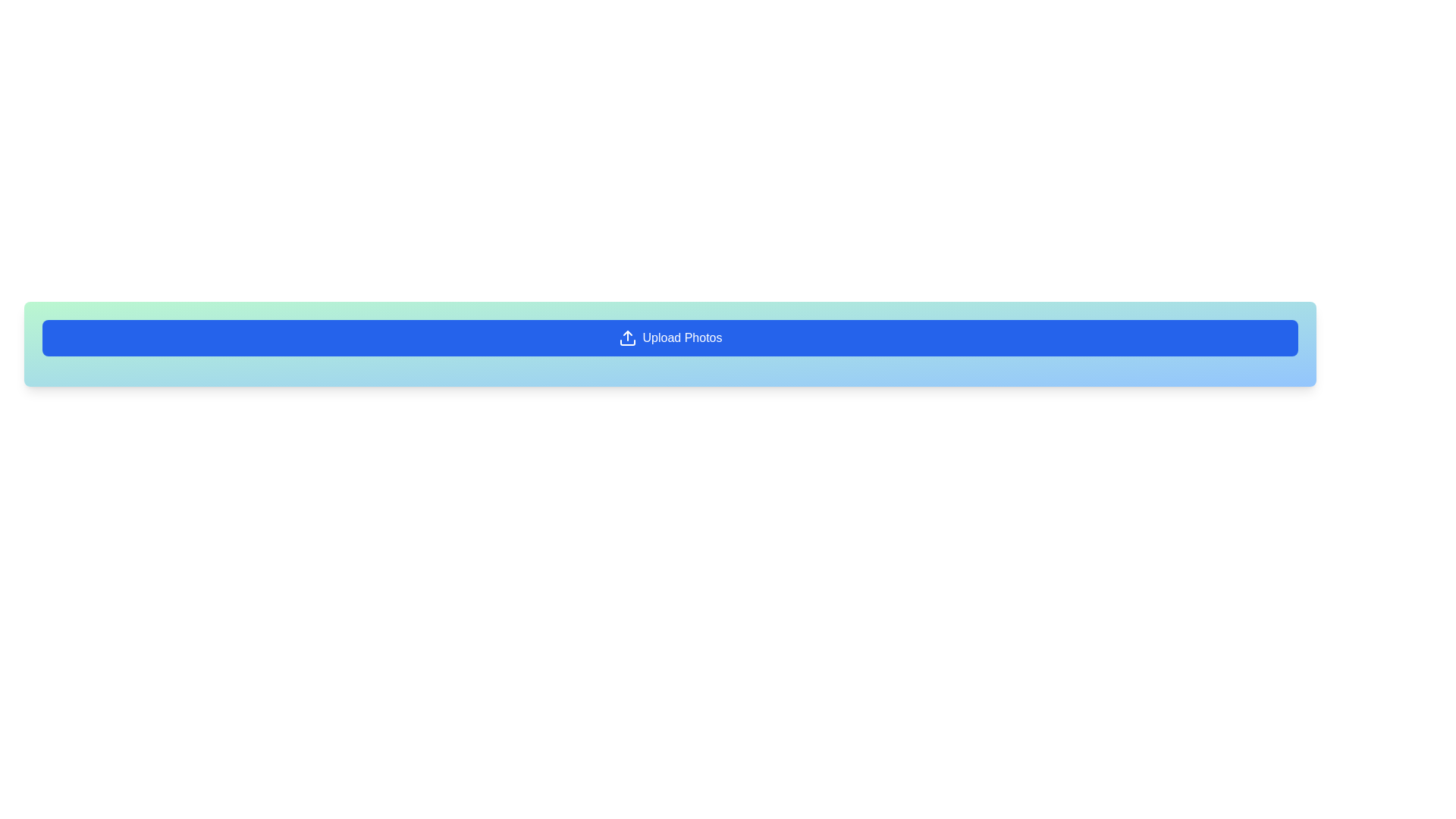 The width and height of the screenshot is (1456, 819). Describe the element at coordinates (669, 337) in the screenshot. I see `the 'Upload Photos' button, which has a blue background and white text, to observe the color change effect` at that location.